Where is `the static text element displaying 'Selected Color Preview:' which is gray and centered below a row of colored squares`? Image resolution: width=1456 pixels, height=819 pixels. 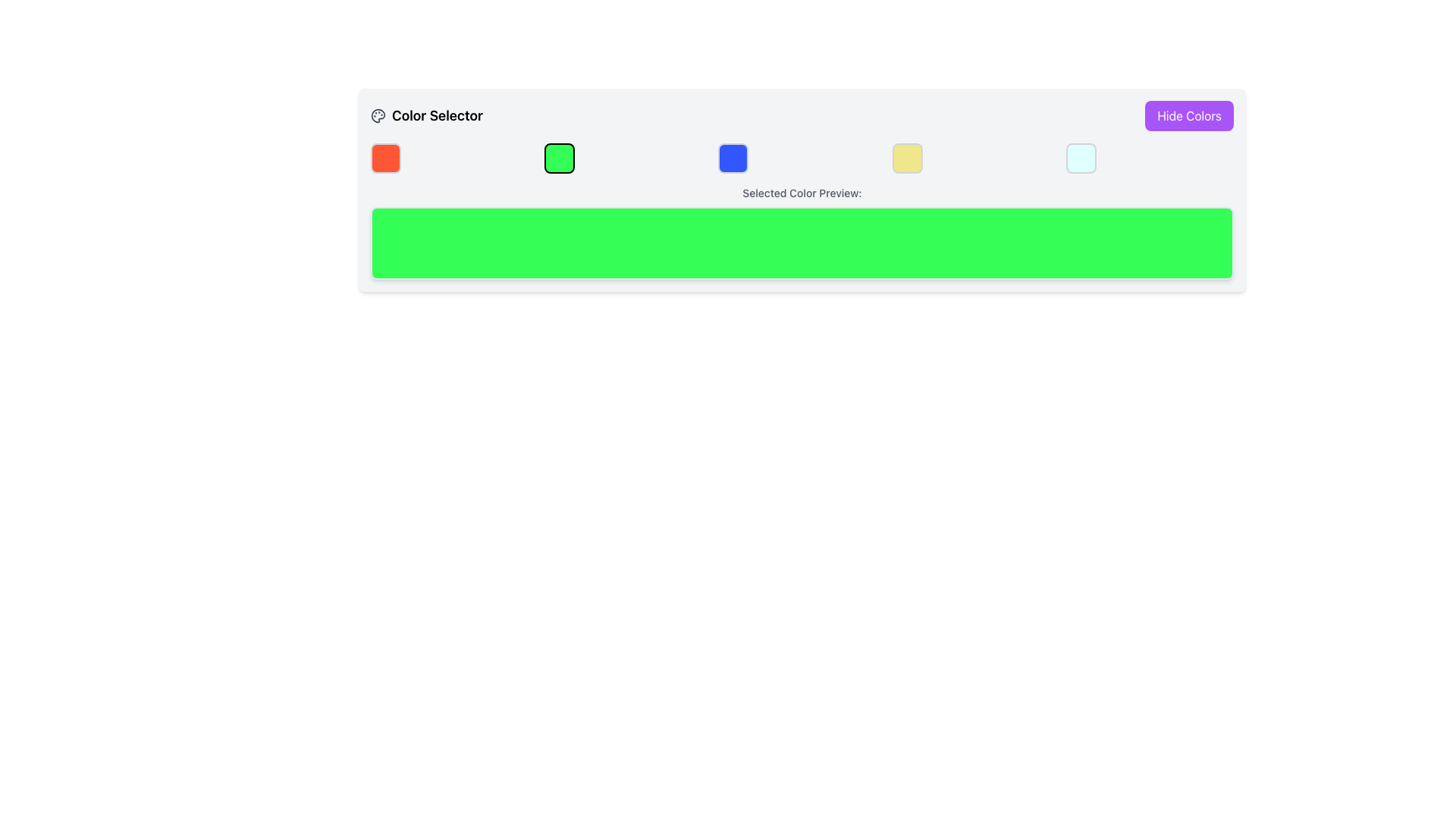 the static text element displaying 'Selected Color Preview:' which is gray and centered below a row of colored squares is located at coordinates (801, 195).